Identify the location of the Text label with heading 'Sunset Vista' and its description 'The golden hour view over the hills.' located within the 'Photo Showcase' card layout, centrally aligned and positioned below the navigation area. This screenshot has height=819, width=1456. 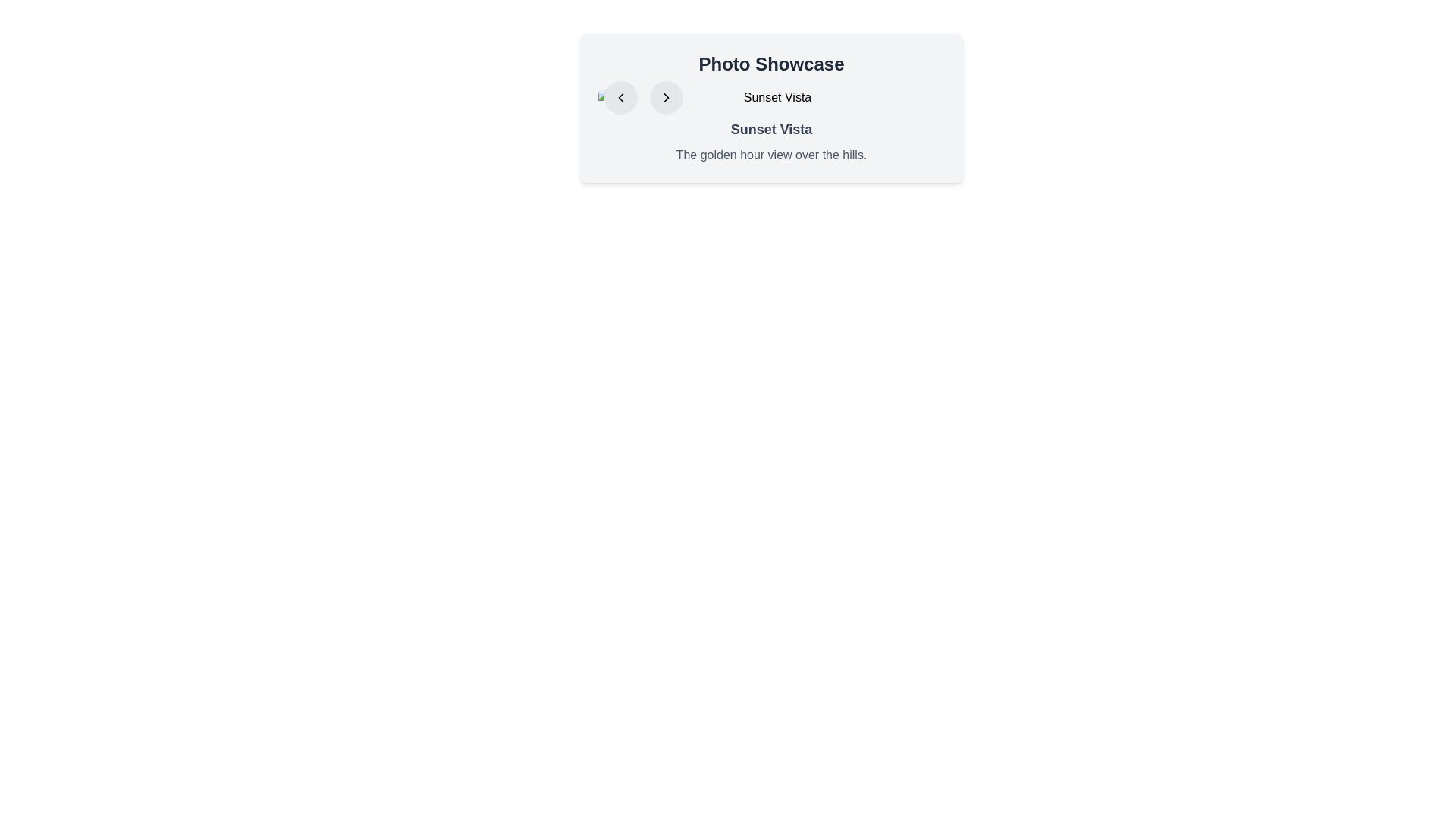
(771, 141).